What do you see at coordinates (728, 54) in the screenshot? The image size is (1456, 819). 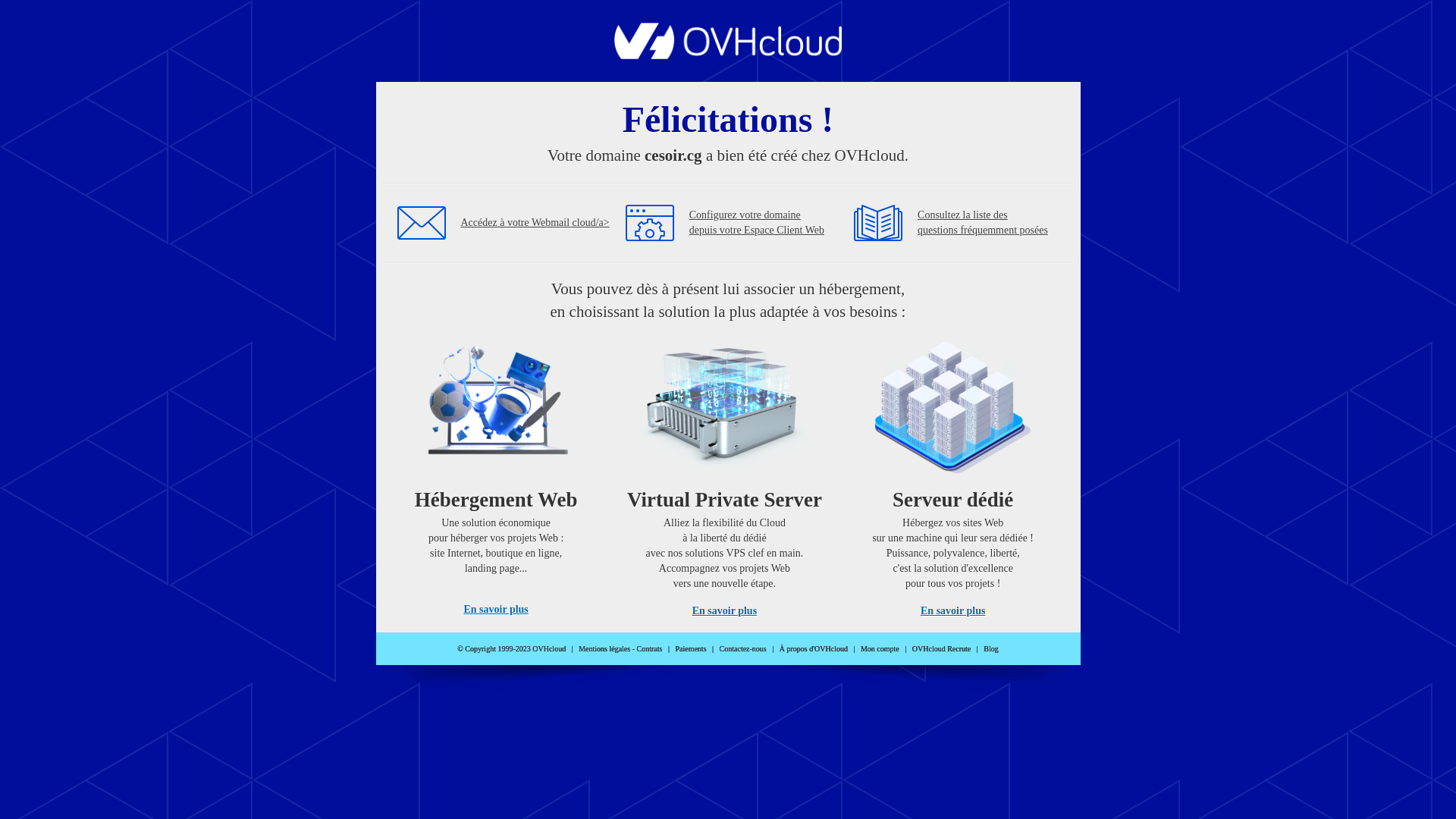 I see `'OVHcloud'` at bounding box center [728, 54].